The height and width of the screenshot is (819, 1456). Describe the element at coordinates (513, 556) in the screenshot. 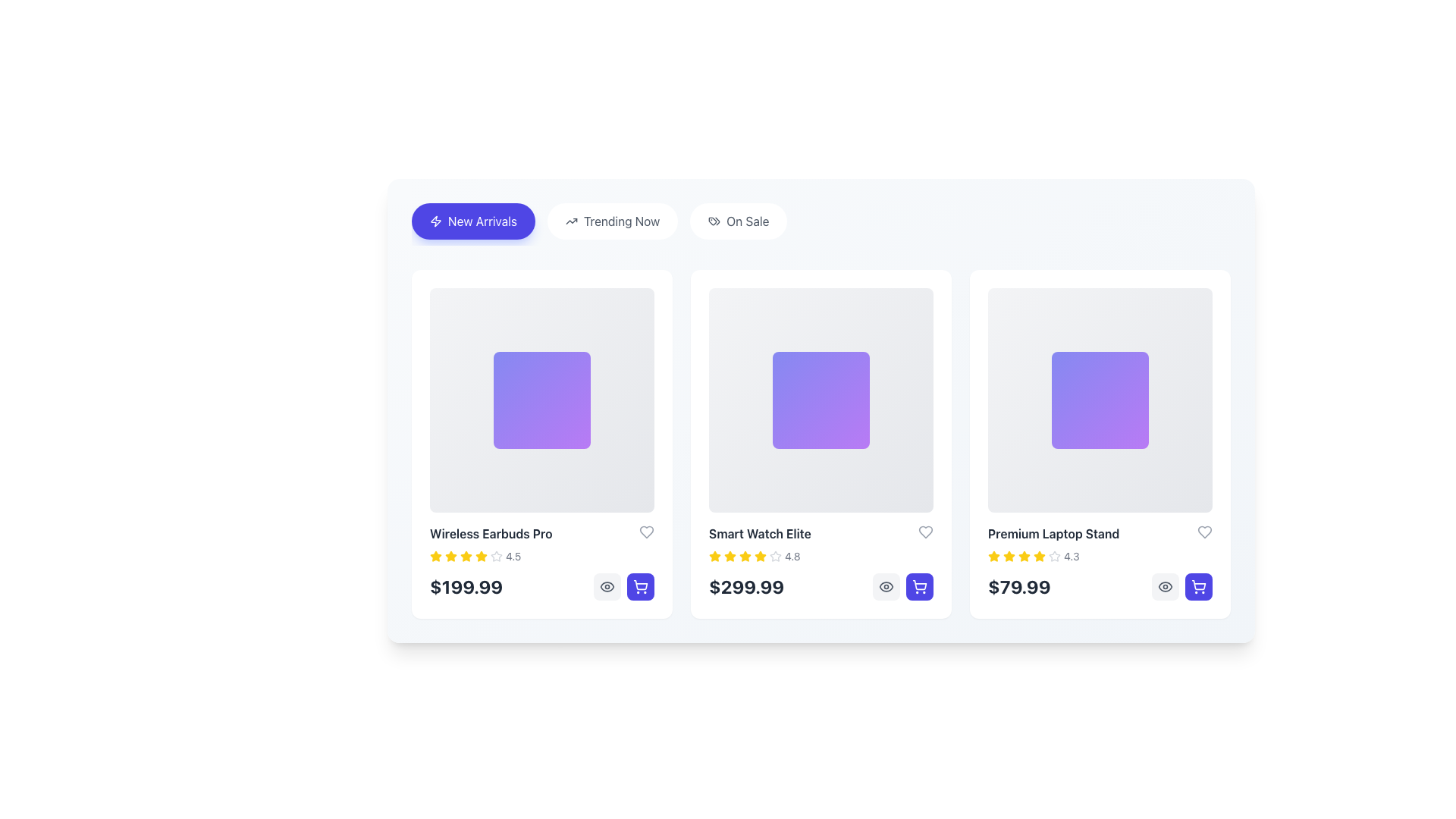

I see `the text label displaying the numeric value '4.5' styled in a small, gray font, which is located next to graphical star icons in the product details section beneath the image for 'Wireless Earbuds Pro'` at that location.